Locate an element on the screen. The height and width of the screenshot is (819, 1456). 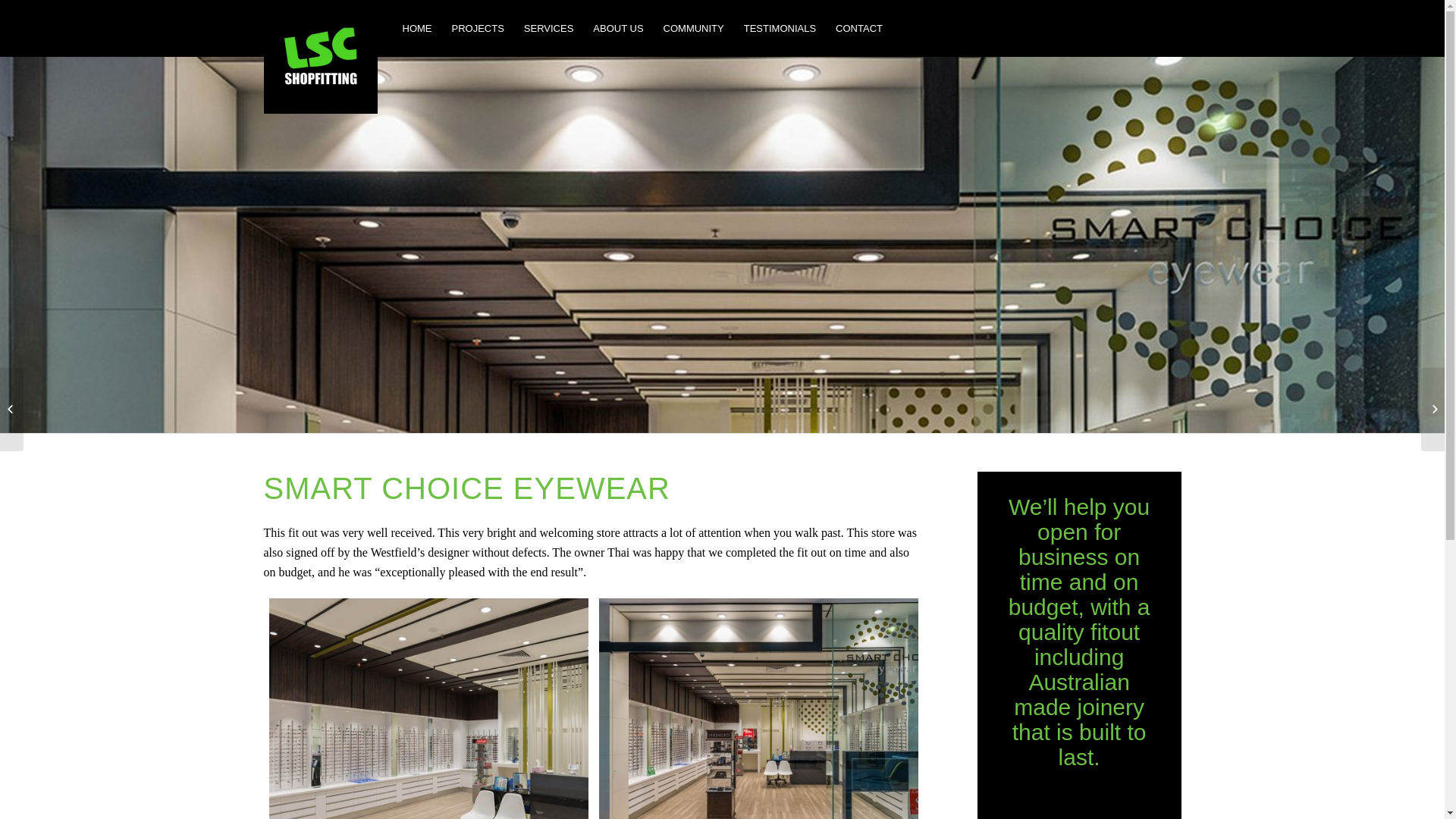
'HOME' is located at coordinates (417, 28).